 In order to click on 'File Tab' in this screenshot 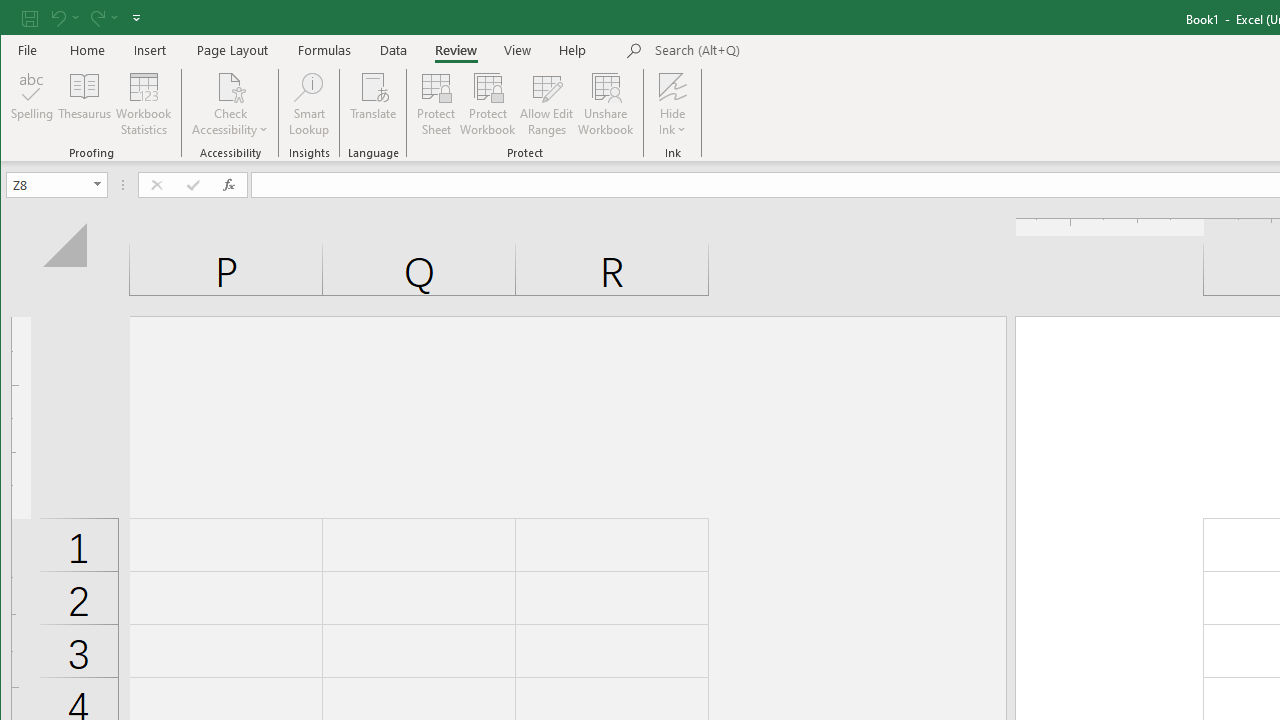, I will do `click(28, 49)`.